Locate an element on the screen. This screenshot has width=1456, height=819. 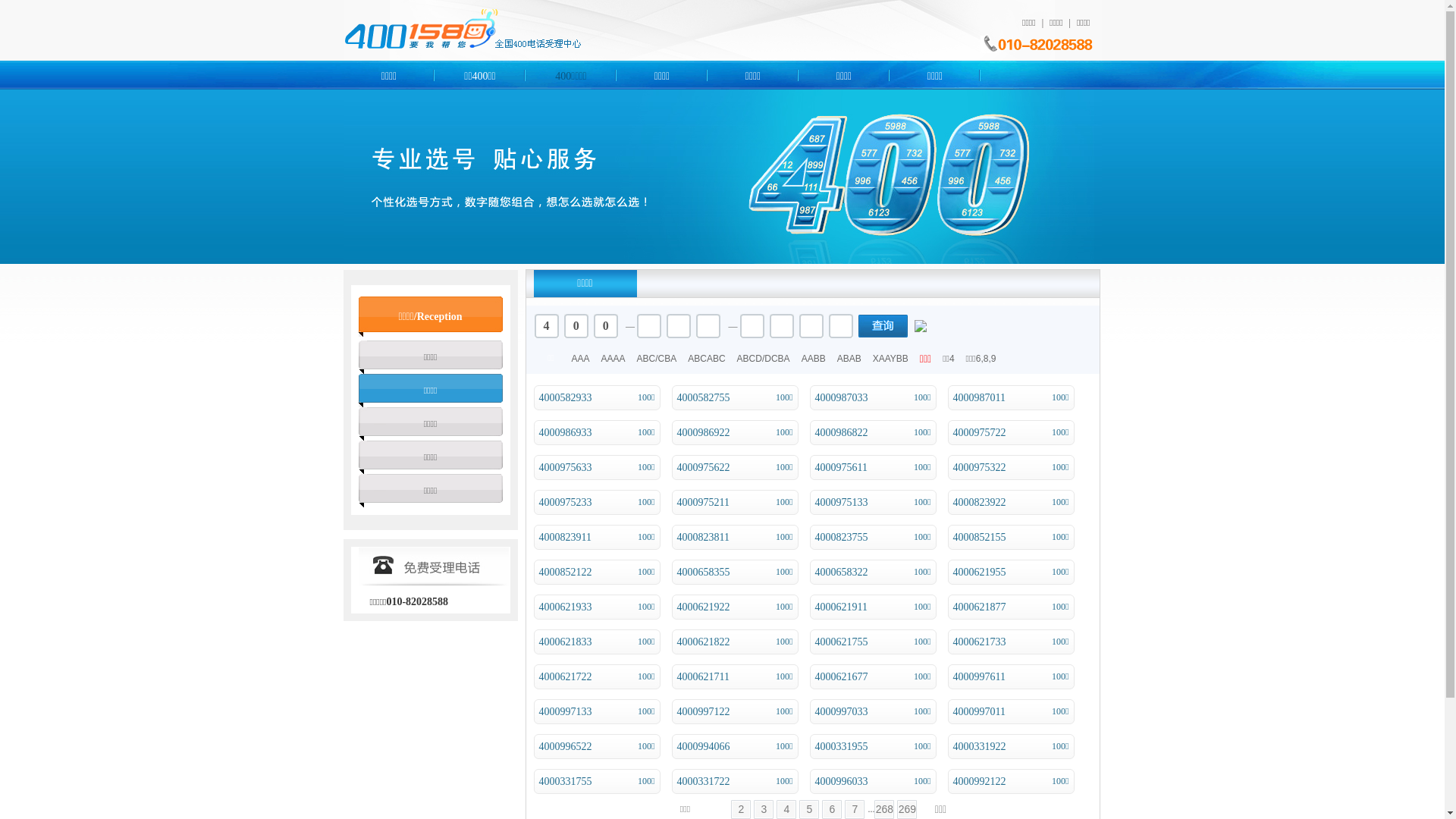
'XAAYBB' is located at coordinates (890, 359).